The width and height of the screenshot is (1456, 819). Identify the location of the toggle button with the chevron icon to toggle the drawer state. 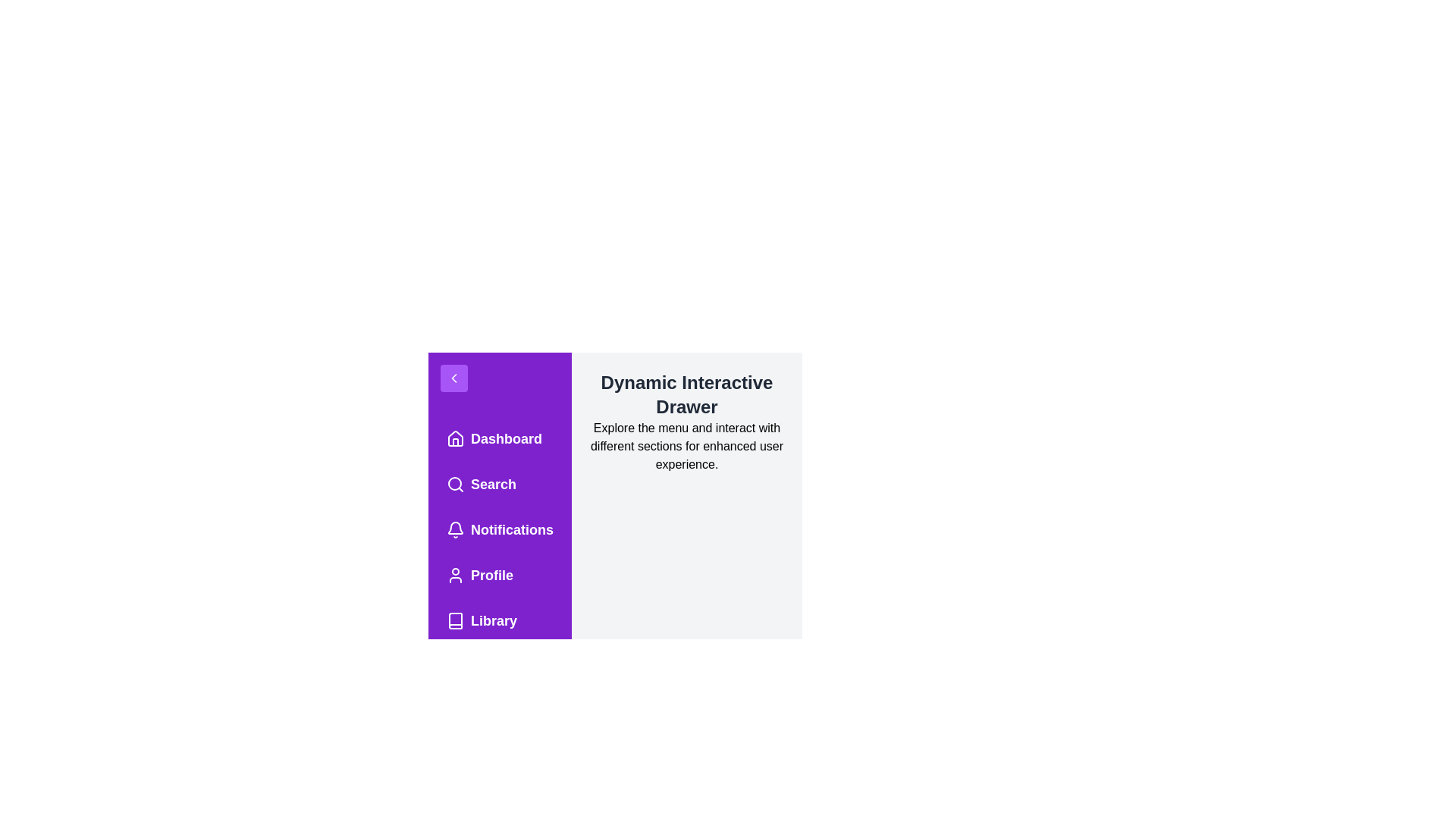
(453, 377).